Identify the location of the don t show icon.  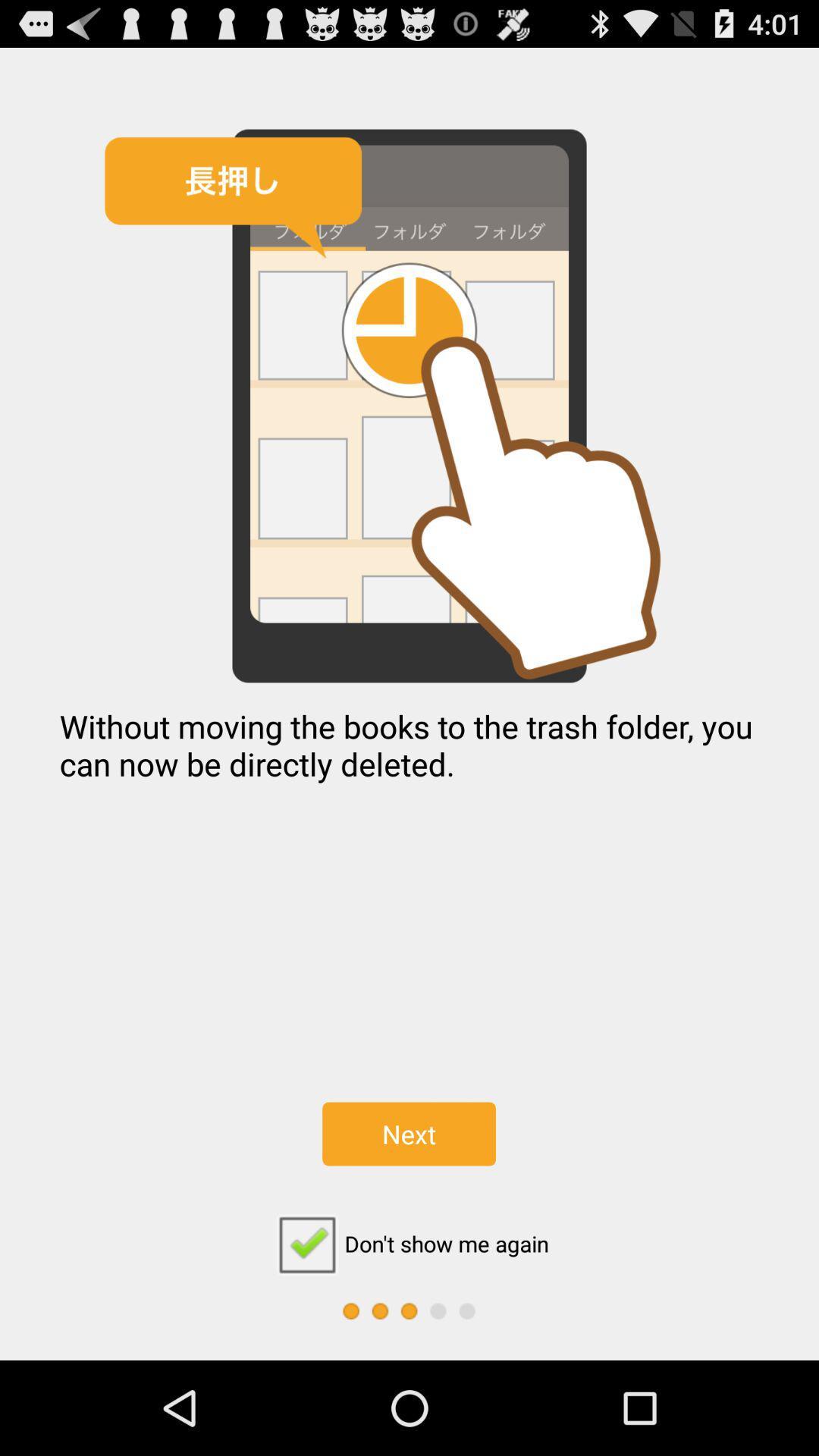
(408, 1244).